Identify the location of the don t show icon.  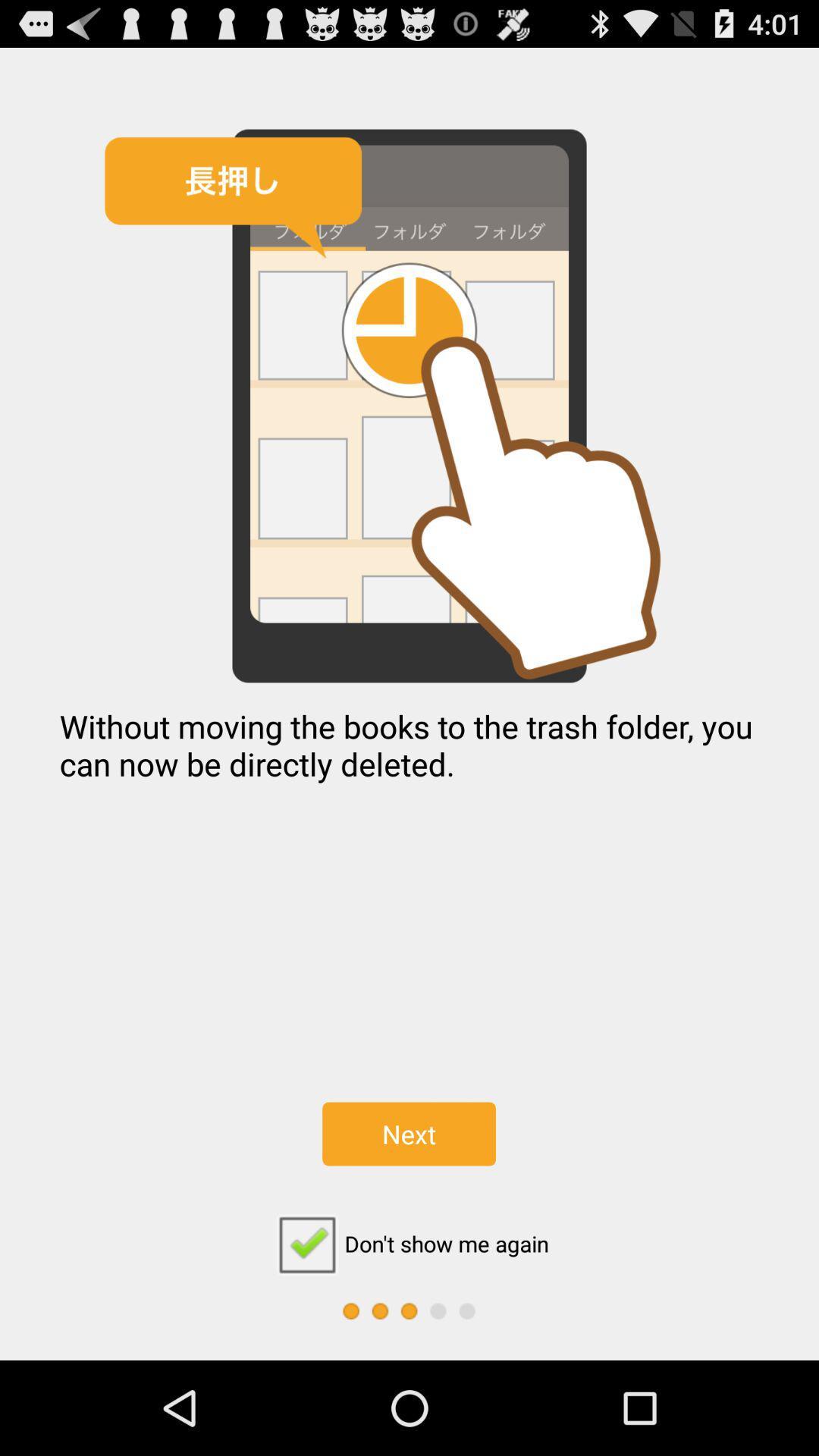
(408, 1244).